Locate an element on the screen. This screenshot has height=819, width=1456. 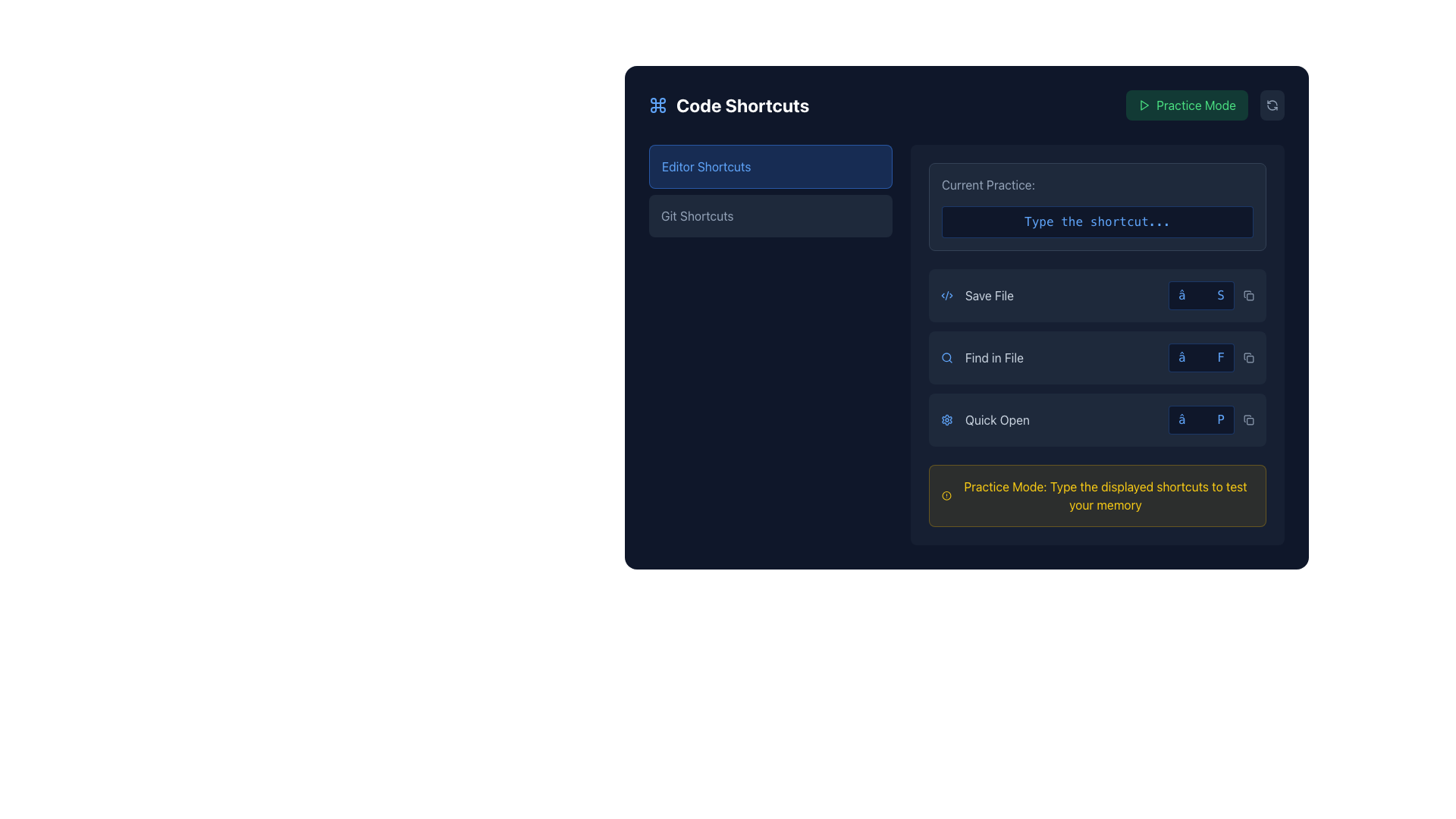
the search icon that represents the 'Find in File' operation, positioned to the left of the 'Find in File' text is located at coordinates (946, 357).